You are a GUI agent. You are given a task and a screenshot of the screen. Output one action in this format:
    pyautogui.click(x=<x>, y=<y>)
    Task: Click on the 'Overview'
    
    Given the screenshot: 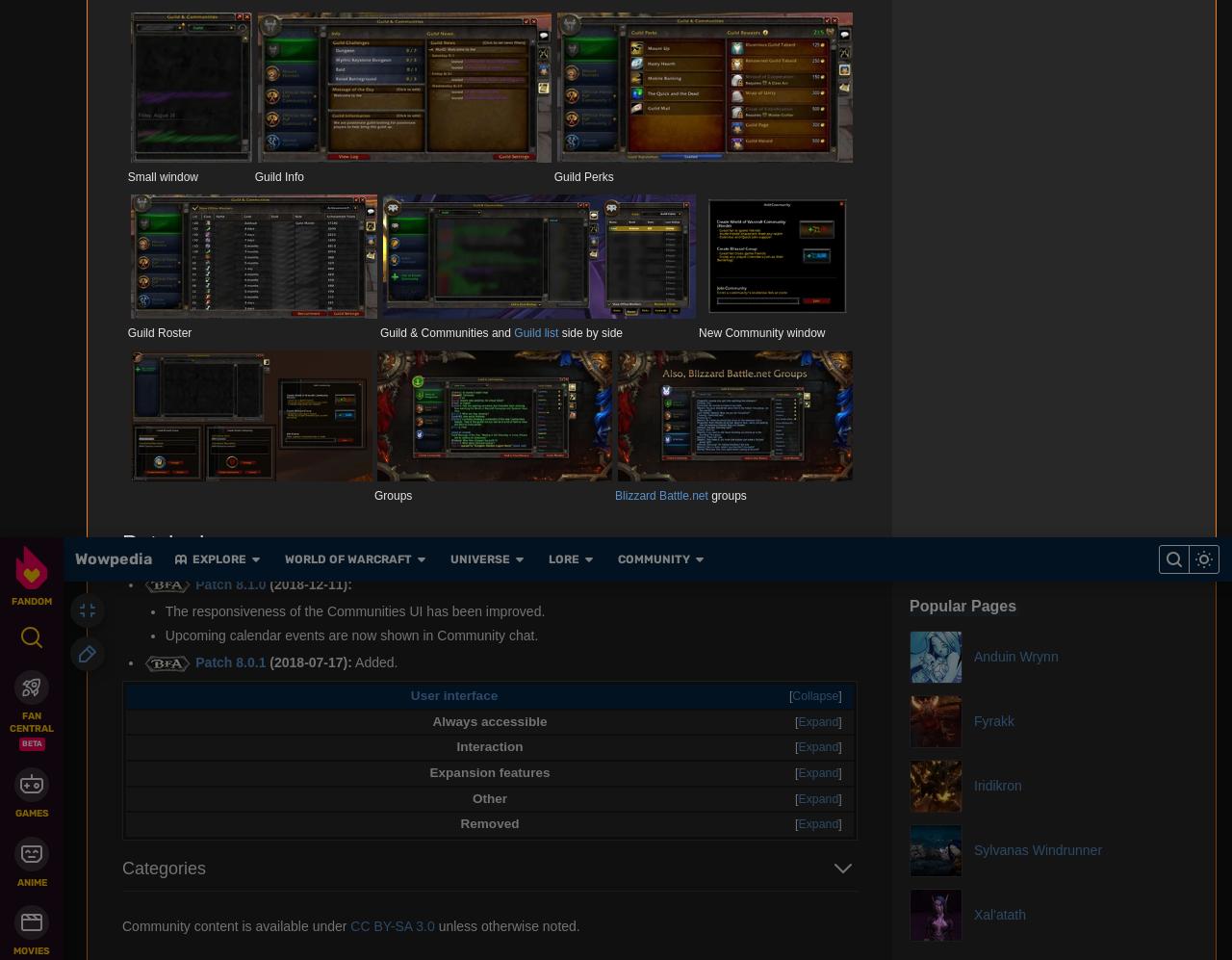 What is the action you would take?
    pyautogui.click(x=445, y=28)
    